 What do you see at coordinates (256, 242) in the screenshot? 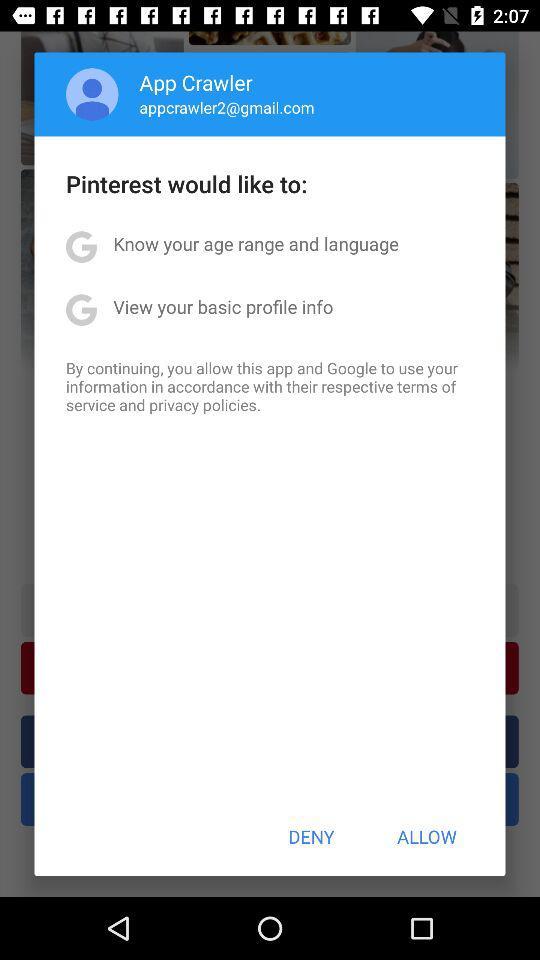
I see `the item above view your basic item` at bounding box center [256, 242].